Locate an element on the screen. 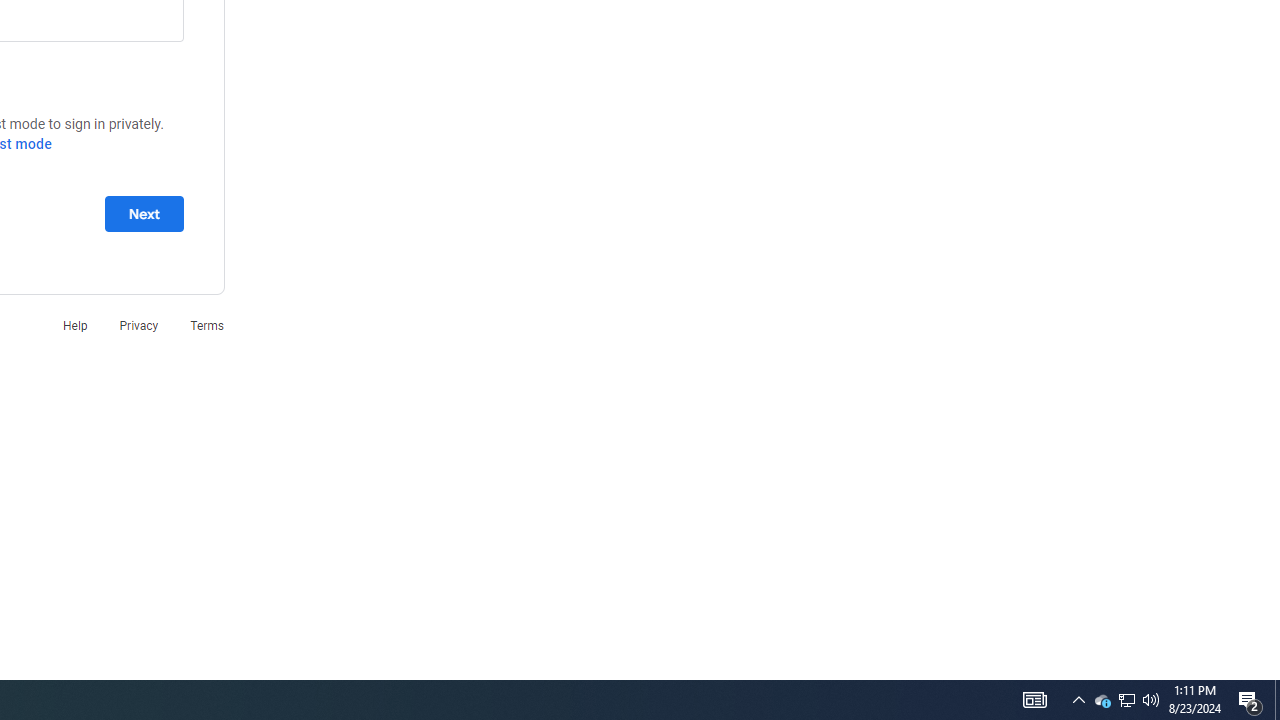 The image size is (1280, 720). 'Terms' is located at coordinates (207, 324).